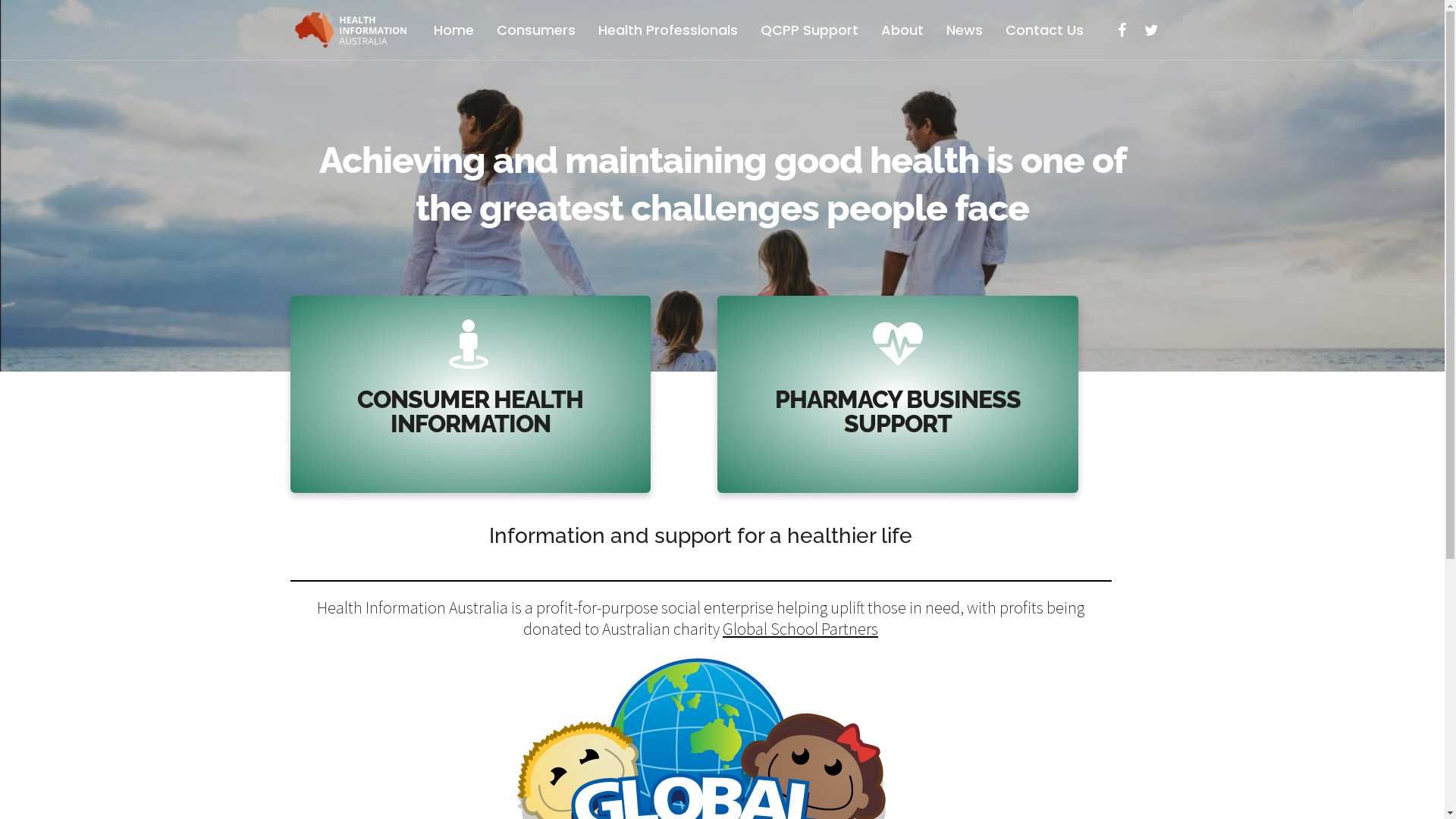  I want to click on 'Health Professionals', so click(667, 30).